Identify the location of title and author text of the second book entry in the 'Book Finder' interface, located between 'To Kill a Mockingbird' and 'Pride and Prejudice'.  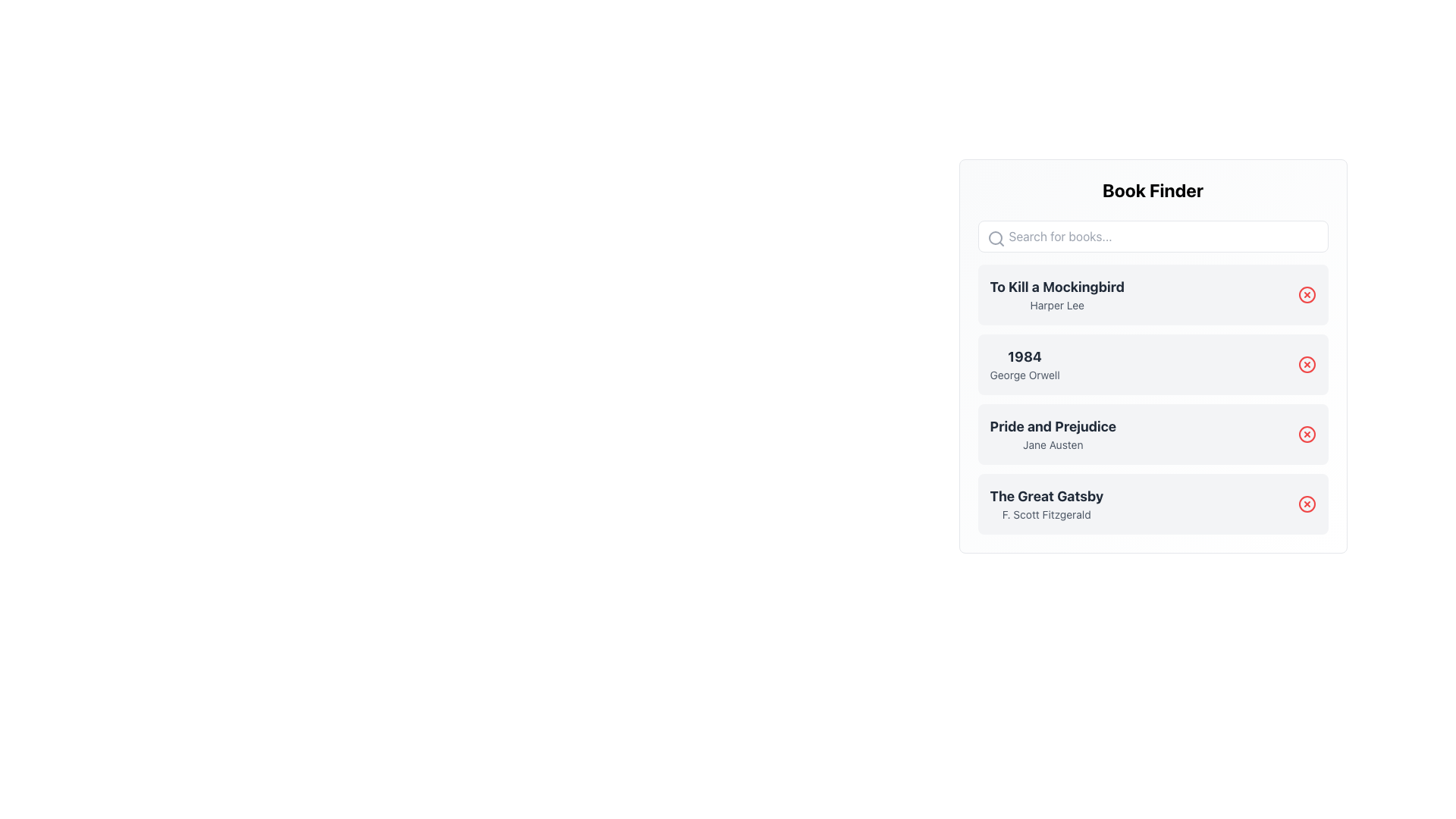
(1025, 365).